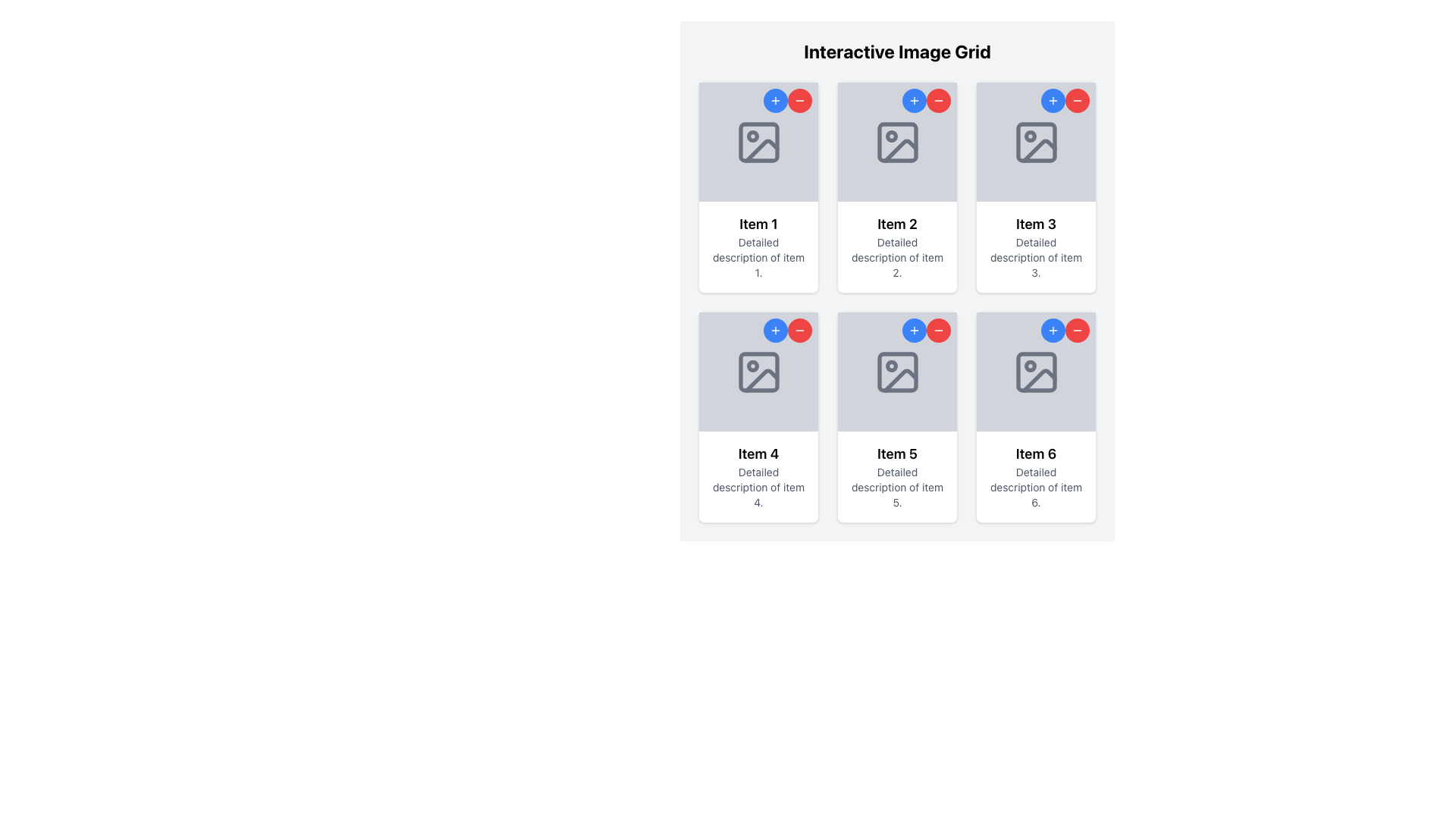 Image resolution: width=1456 pixels, height=819 pixels. What do you see at coordinates (1035, 256) in the screenshot?
I see `text block displaying 'Detailed description of item 3.' located below the header 'Item 3' in the second column of the first row` at bounding box center [1035, 256].